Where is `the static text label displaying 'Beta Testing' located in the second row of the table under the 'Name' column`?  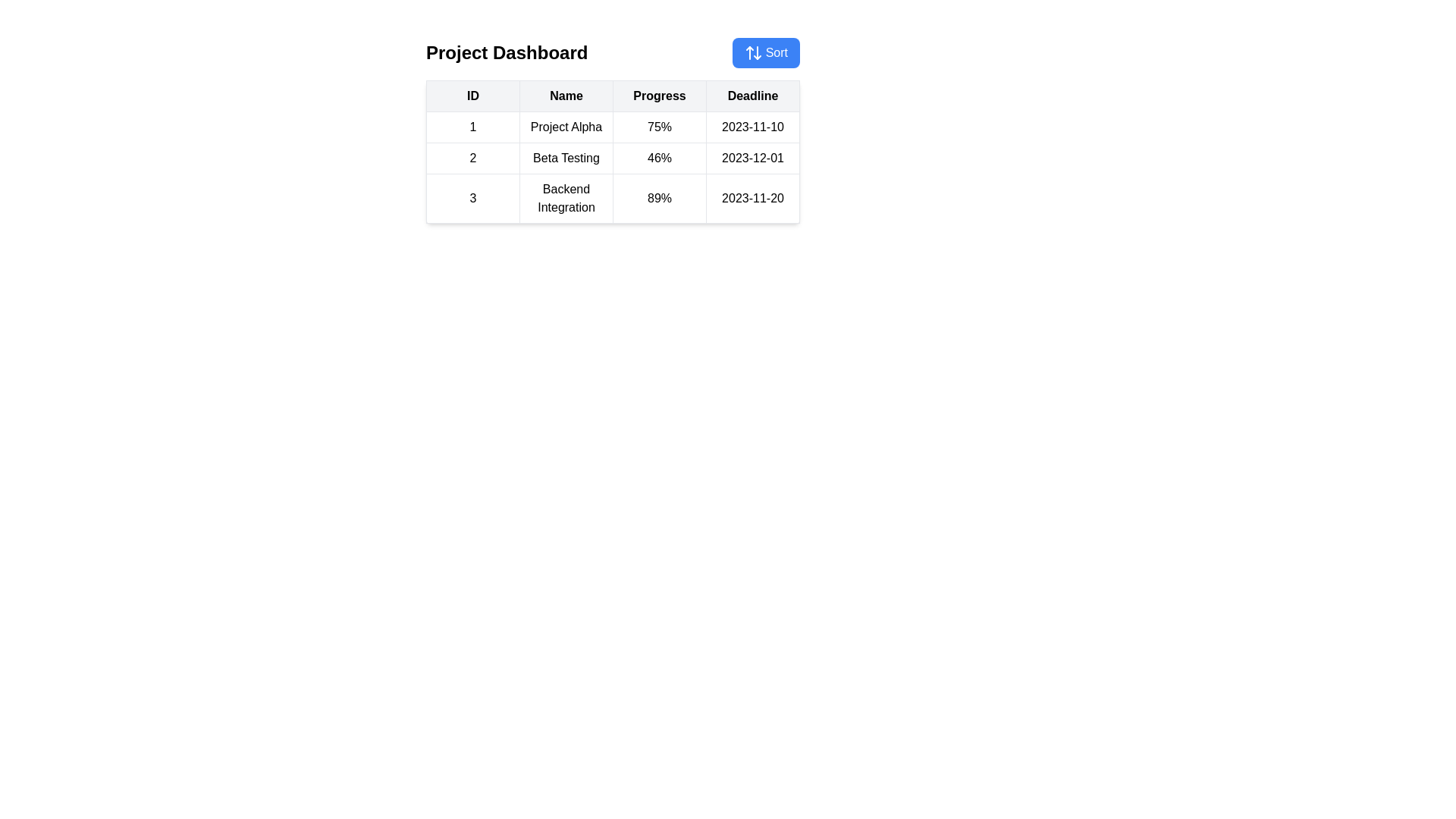 the static text label displaying 'Beta Testing' located in the second row of the table under the 'Name' column is located at coordinates (566, 158).